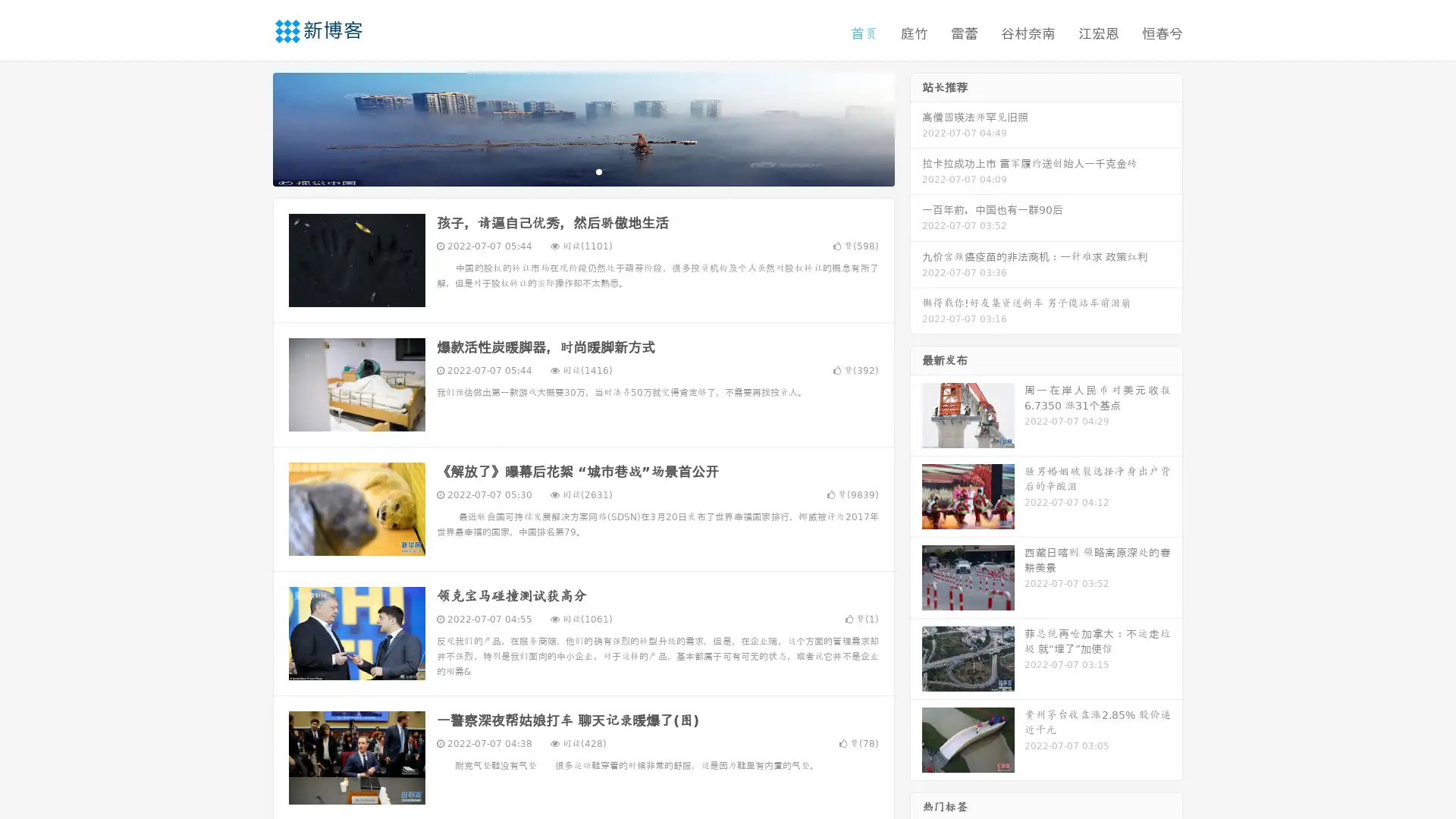 The height and width of the screenshot is (819, 1456). What do you see at coordinates (582, 171) in the screenshot?
I see `Go to slide 2` at bounding box center [582, 171].